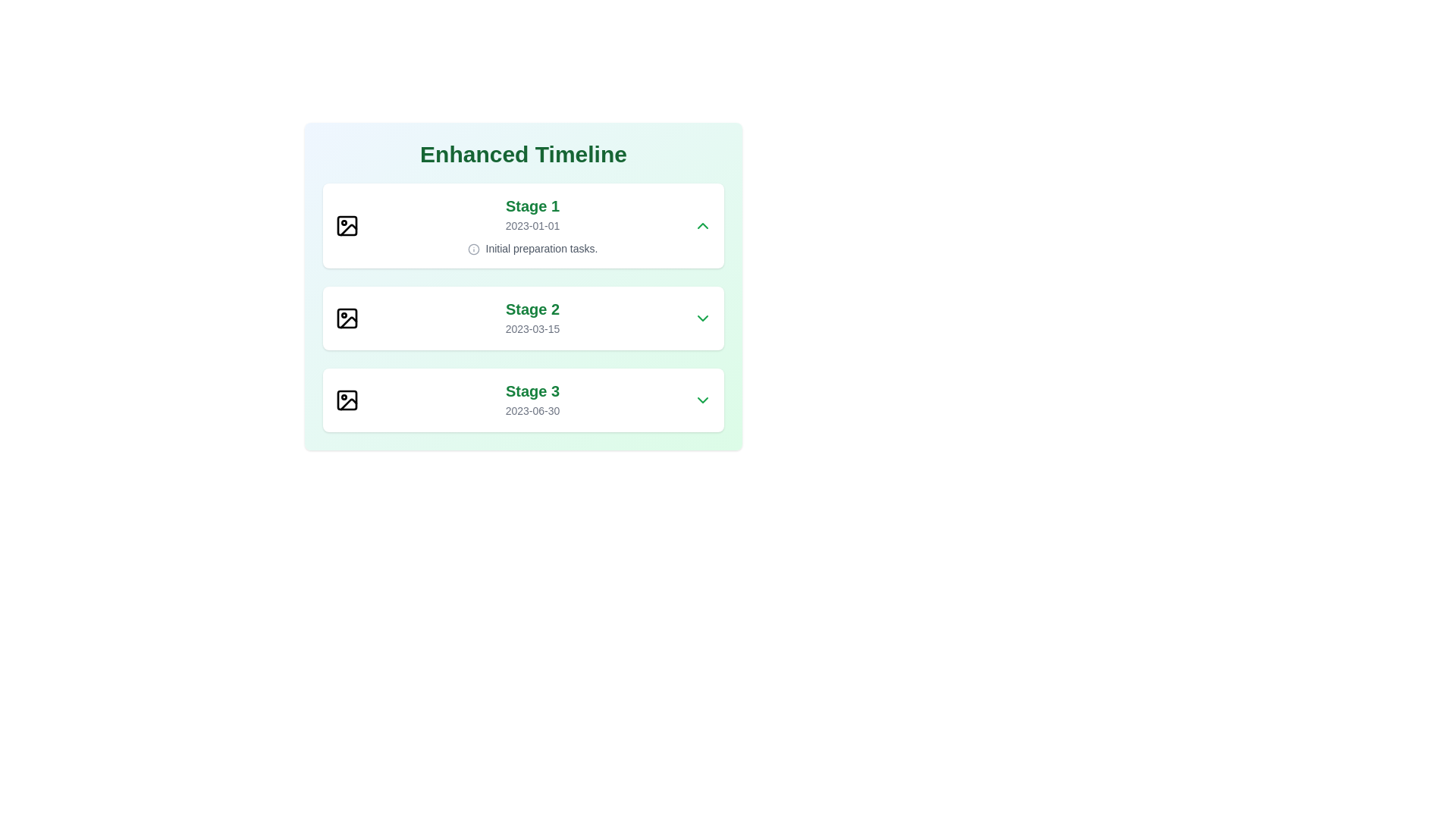 This screenshot has height=819, width=1456. What do you see at coordinates (523, 155) in the screenshot?
I see `text from the centered textual component displaying 'Enhanced Timeline' in bold, large green font located at the top of the timeline interface` at bounding box center [523, 155].